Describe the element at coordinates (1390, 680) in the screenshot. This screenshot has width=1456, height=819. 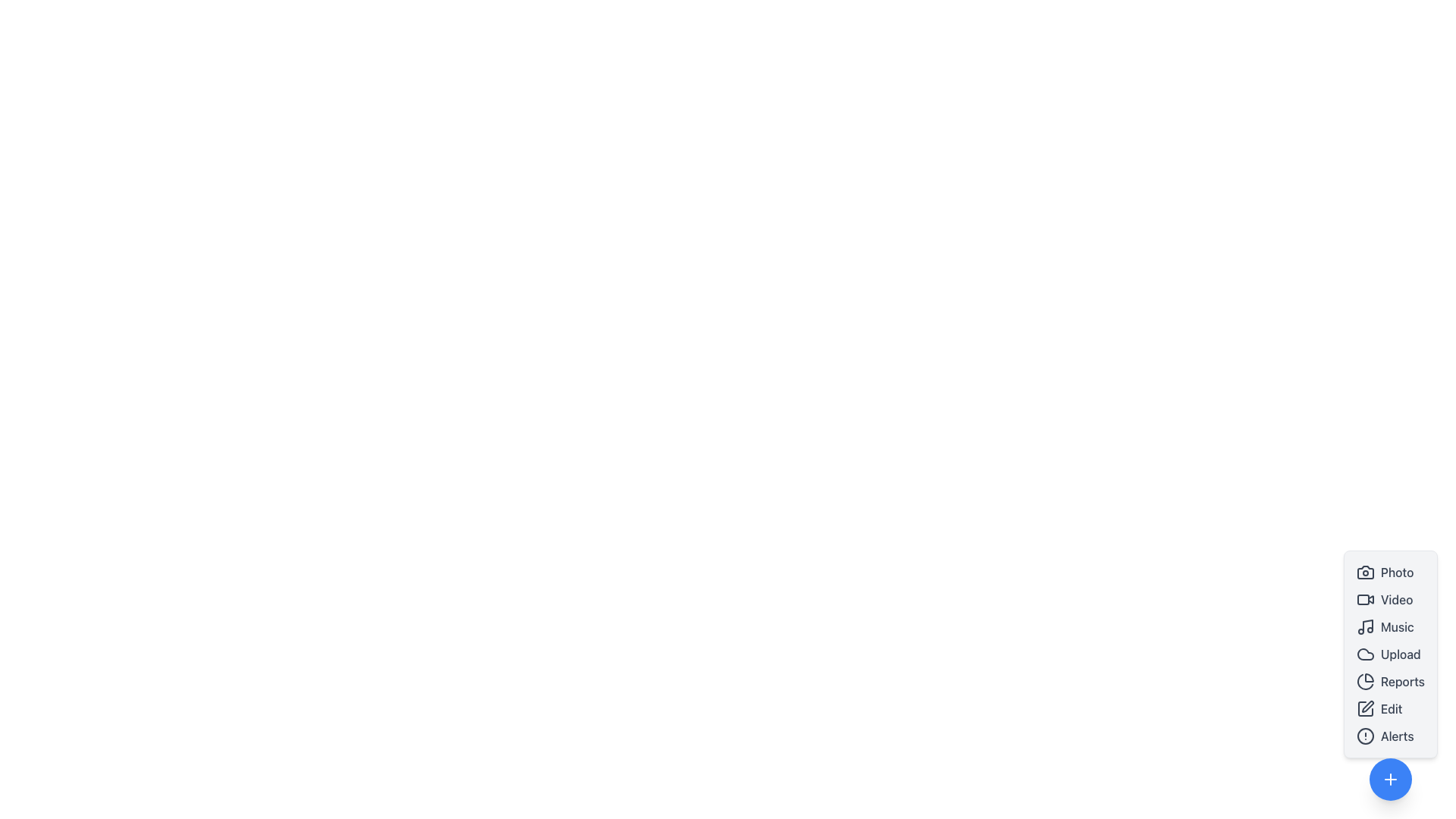
I see `the fifth item in the vertical list, which allows users to navigate to or perform actions related to generating or viewing reports, to trigger a visual effect` at that location.